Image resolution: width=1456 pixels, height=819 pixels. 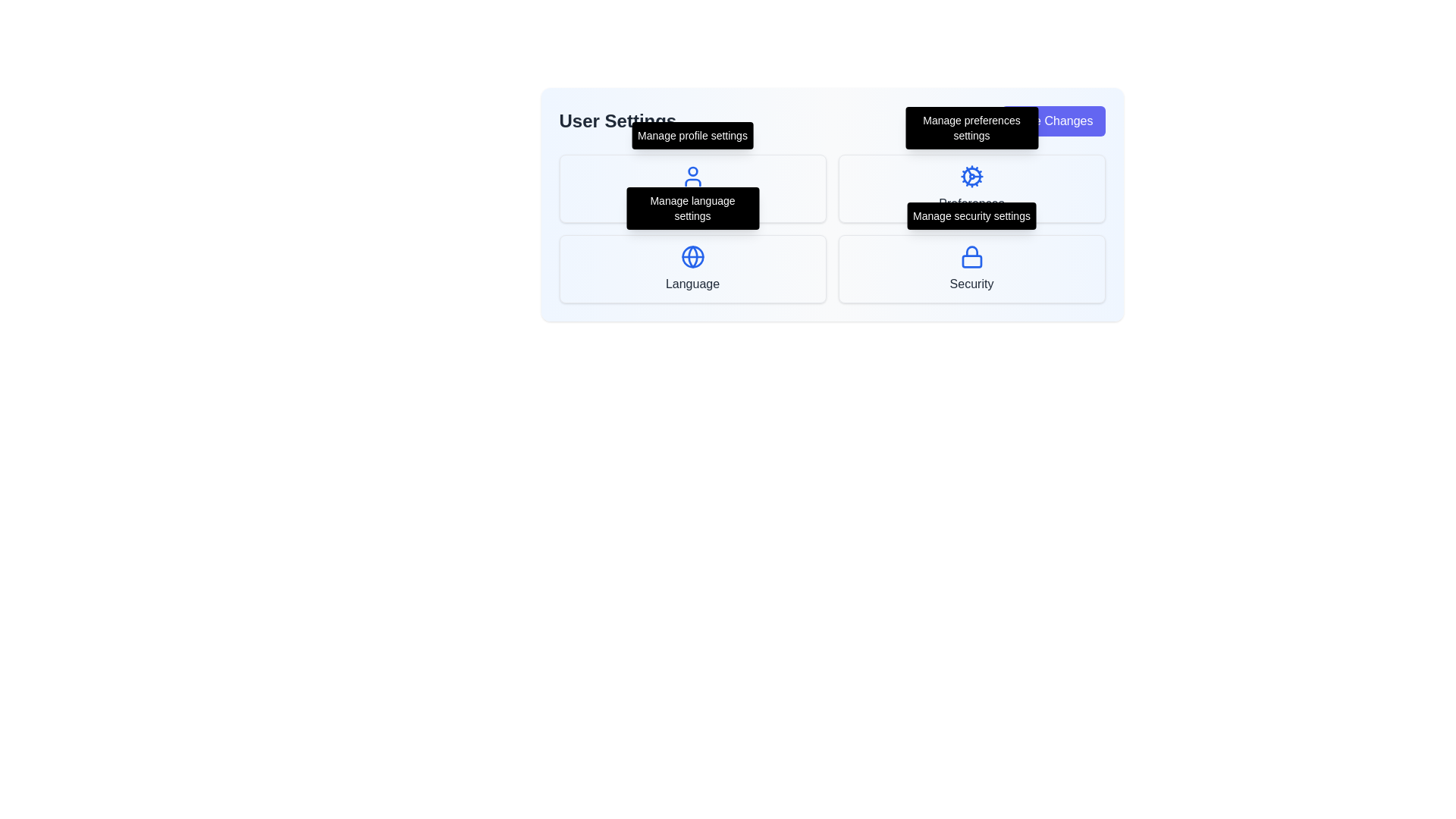 I want to click on the blue lock icon representing security, located in the 'Security' section of the interface, centered above the label text 'Security', so click(x=971, y=256).